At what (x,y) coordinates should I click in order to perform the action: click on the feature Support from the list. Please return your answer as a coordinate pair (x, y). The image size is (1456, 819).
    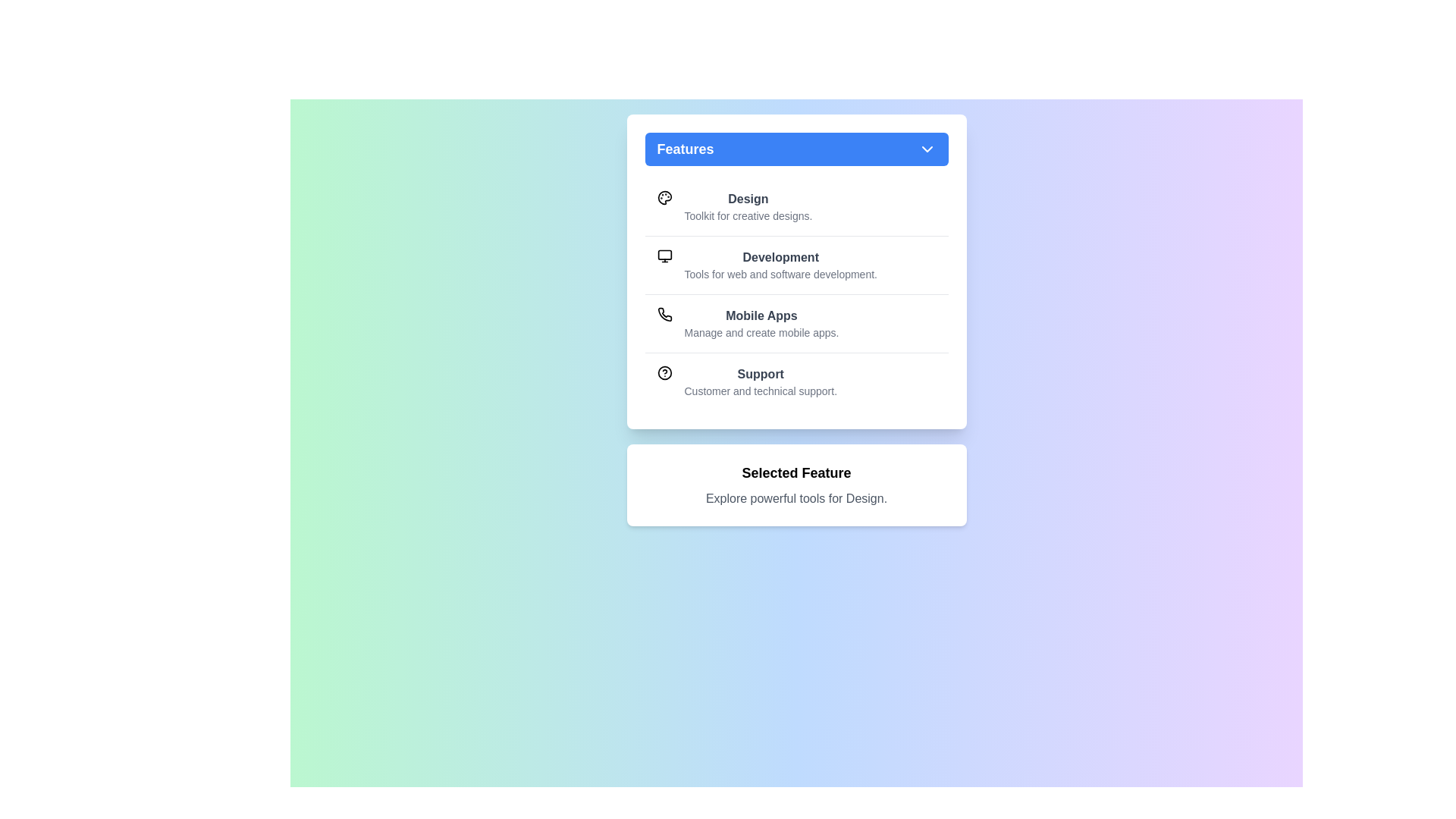
    Looking at the image, I should click on (795, 381).